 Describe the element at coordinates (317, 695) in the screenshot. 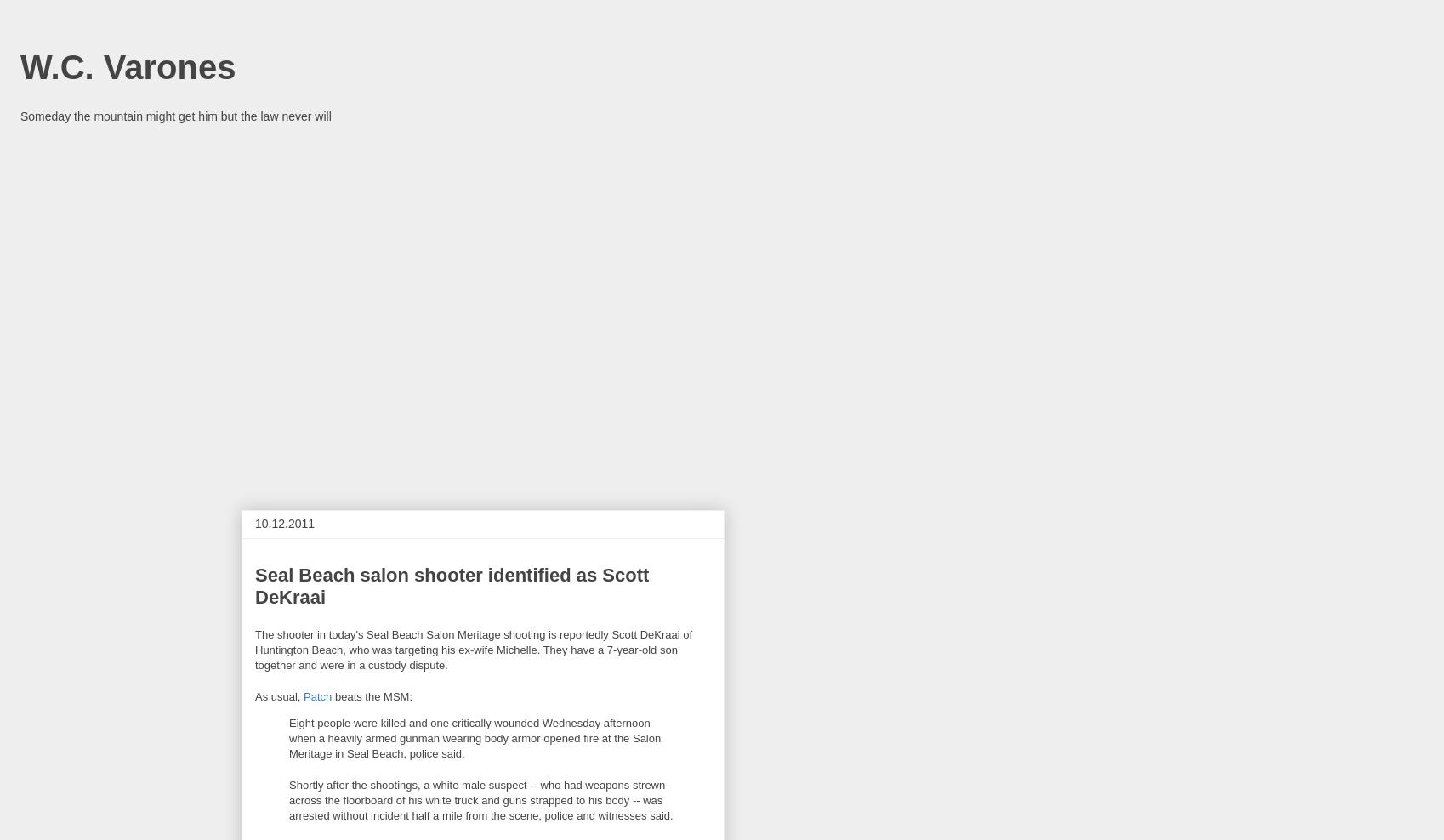

I see `'Patch'` at that location.